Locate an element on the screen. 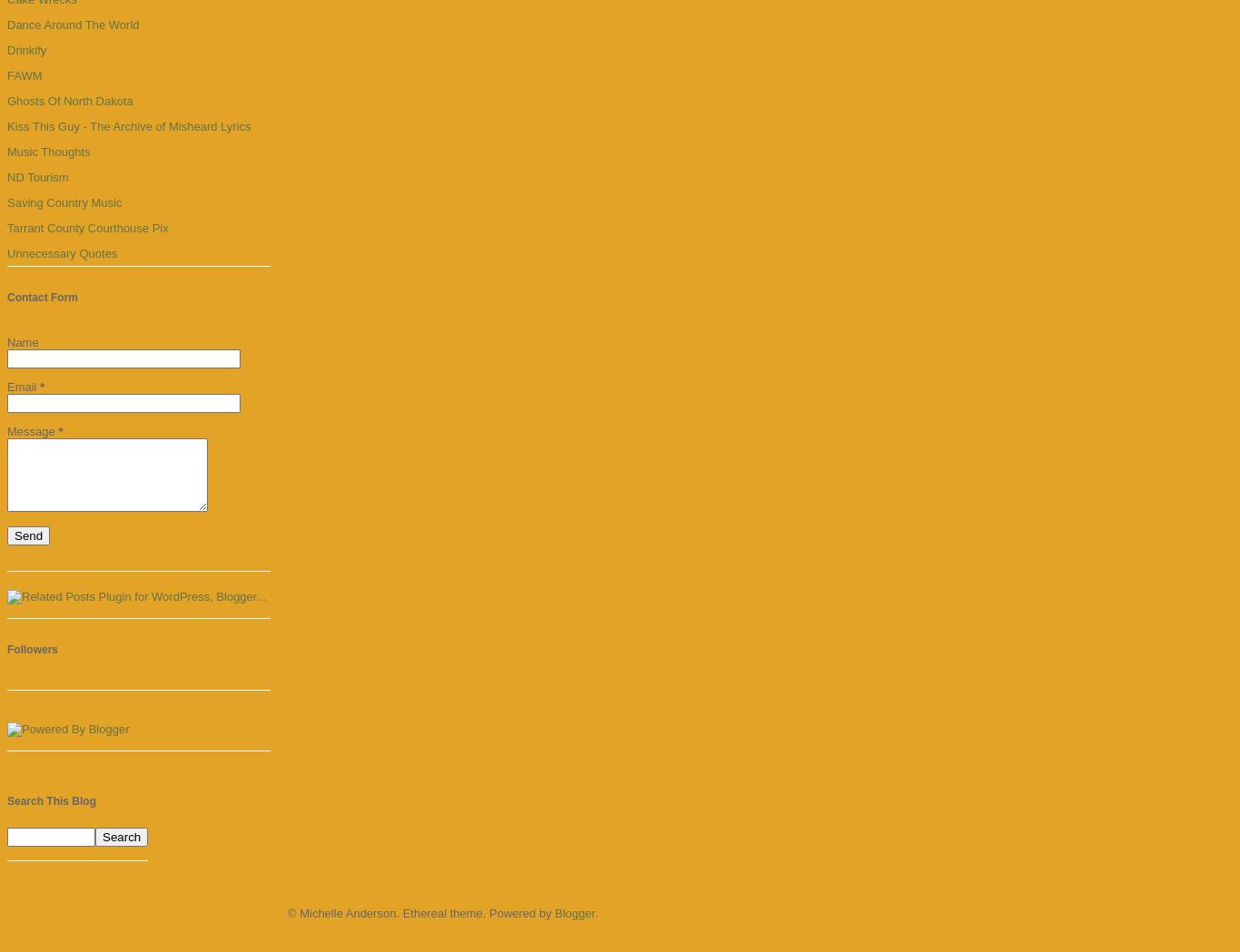 This screenshot has width=1240, height=952. 'FAWM' is located at coordinates (25, 74).